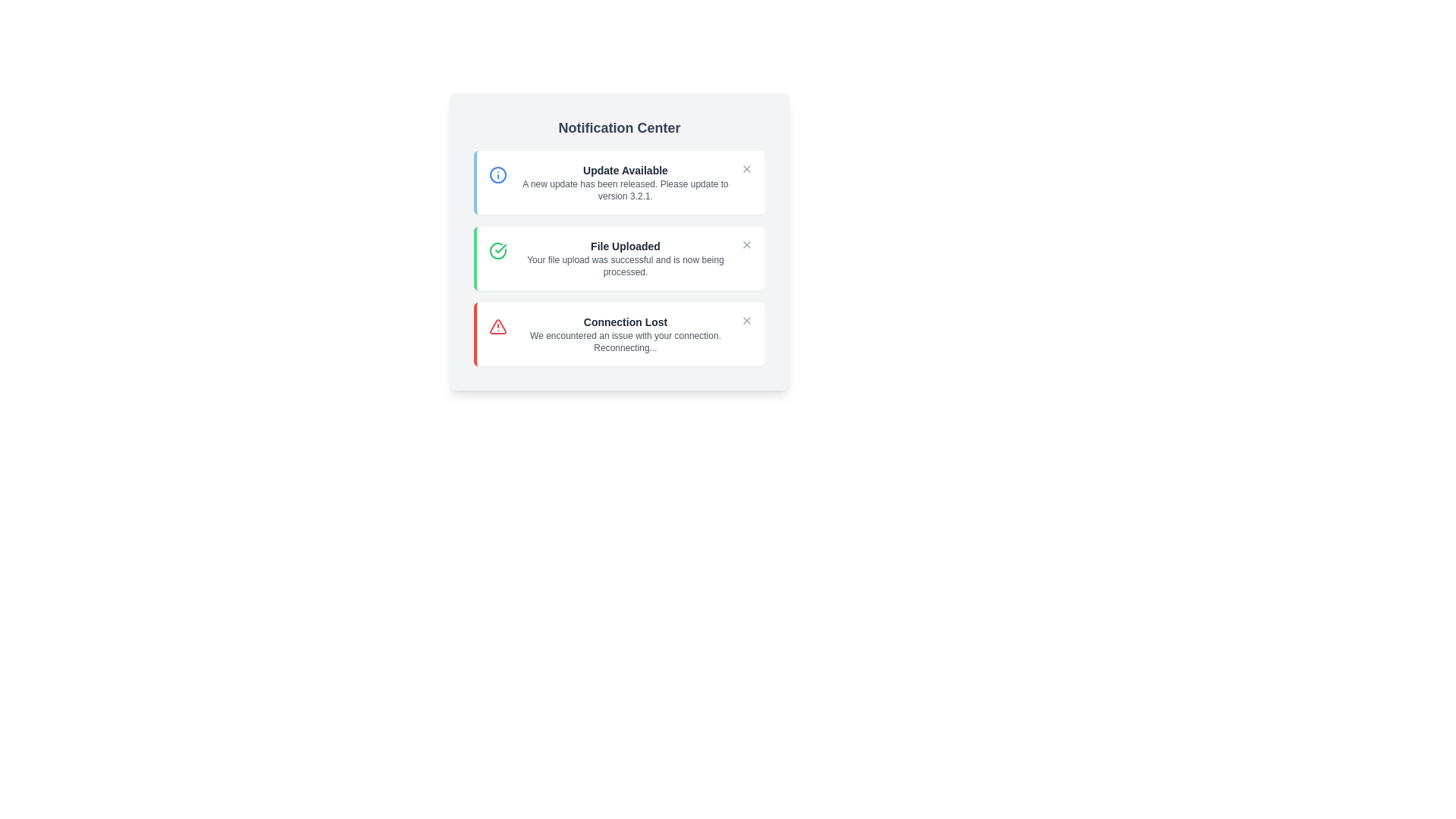 The width and height of the screenshot is (1456, 819). What do you see at coordinates (619, 257) in the screenshot?
I see `notification text displayed in the Notification panel located in the Notification Center, which is aligned vertically in the middle of the white background panel` at bounding box center [619, 257].